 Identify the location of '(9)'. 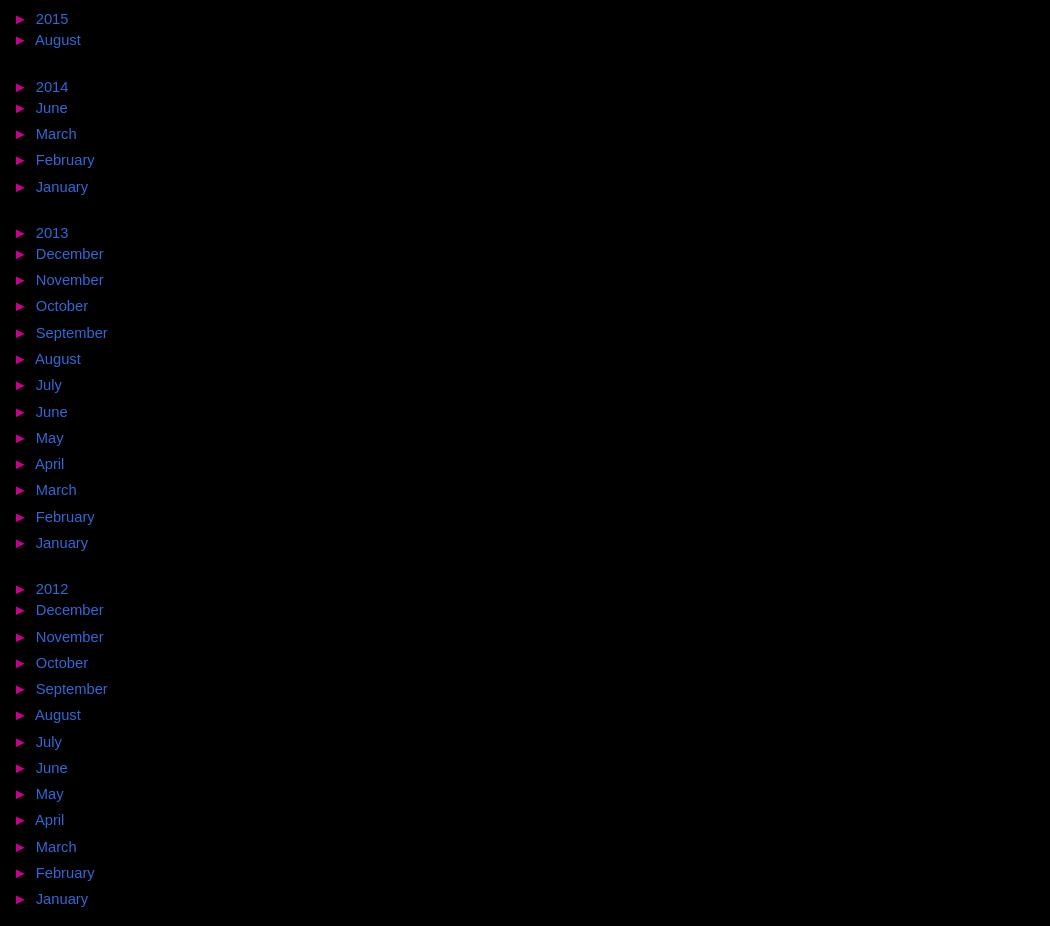
(115, 280).